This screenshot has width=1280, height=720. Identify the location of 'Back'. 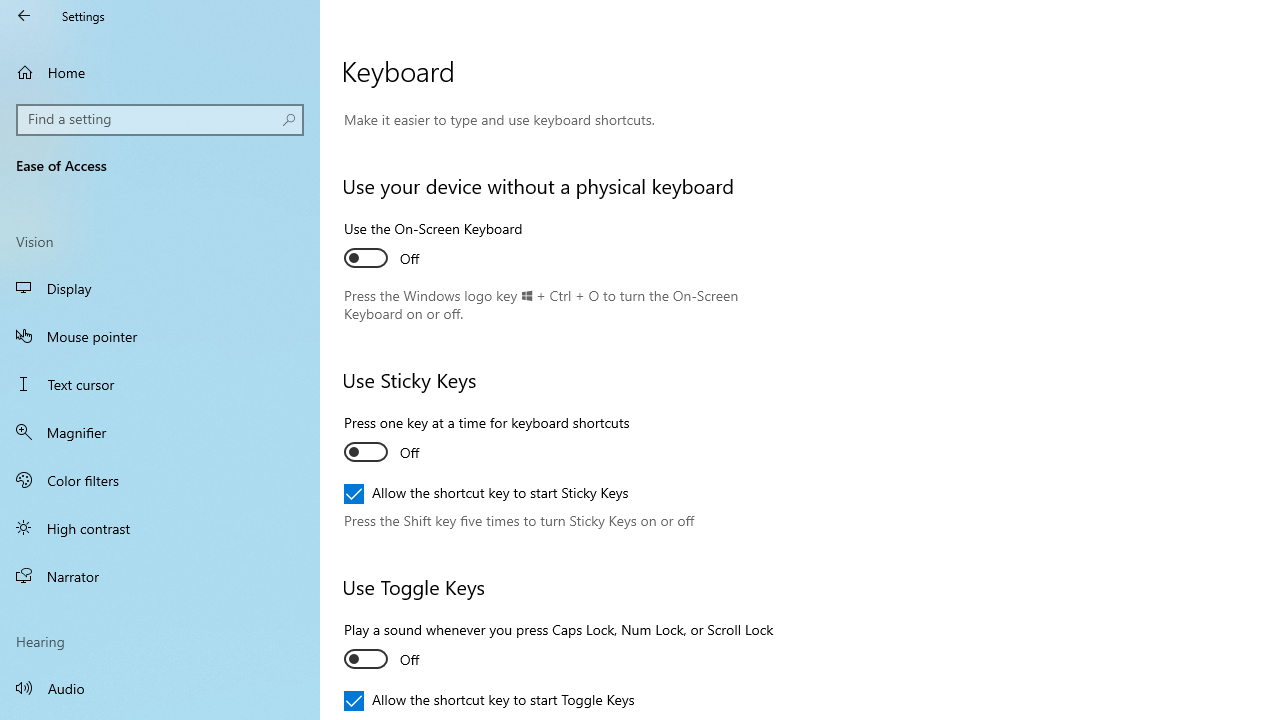
(24, 15).